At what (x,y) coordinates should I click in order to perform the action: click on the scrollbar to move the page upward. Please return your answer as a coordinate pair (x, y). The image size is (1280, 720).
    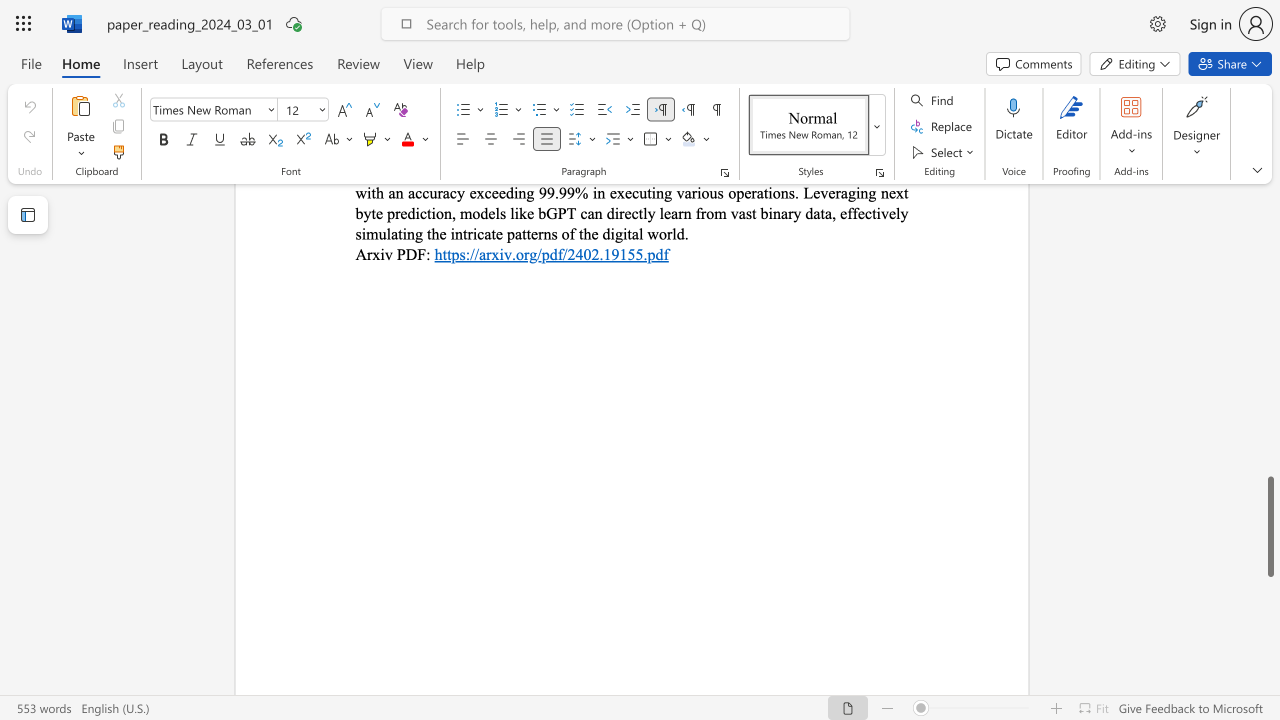
    Looking at the image, I should click on (1269, 248).